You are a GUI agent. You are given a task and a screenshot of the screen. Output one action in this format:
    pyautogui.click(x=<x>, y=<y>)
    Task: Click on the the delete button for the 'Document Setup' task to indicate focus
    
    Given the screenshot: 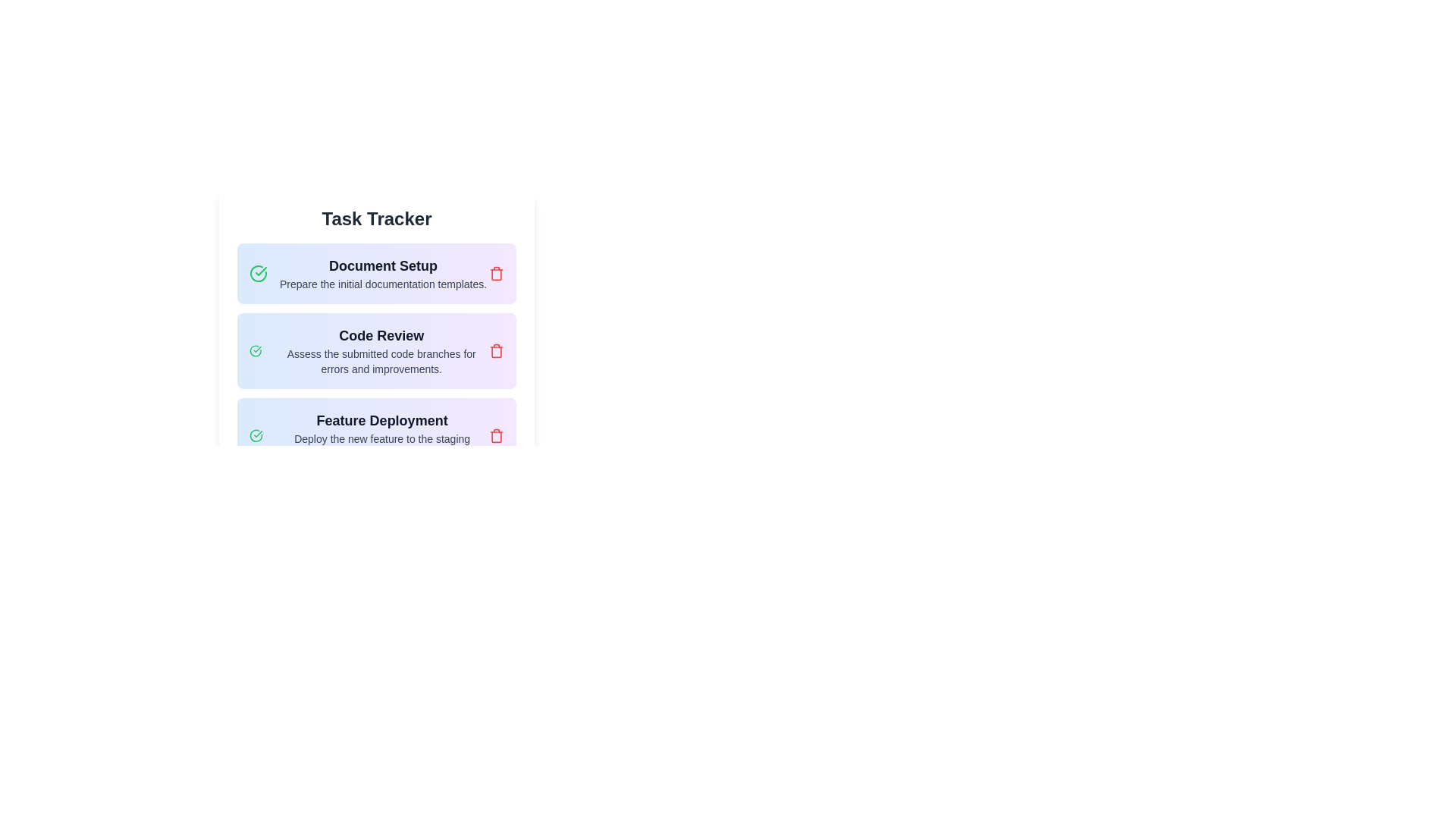 What is the action you would take?
    pyautogui.click(x=496, y=274)
    